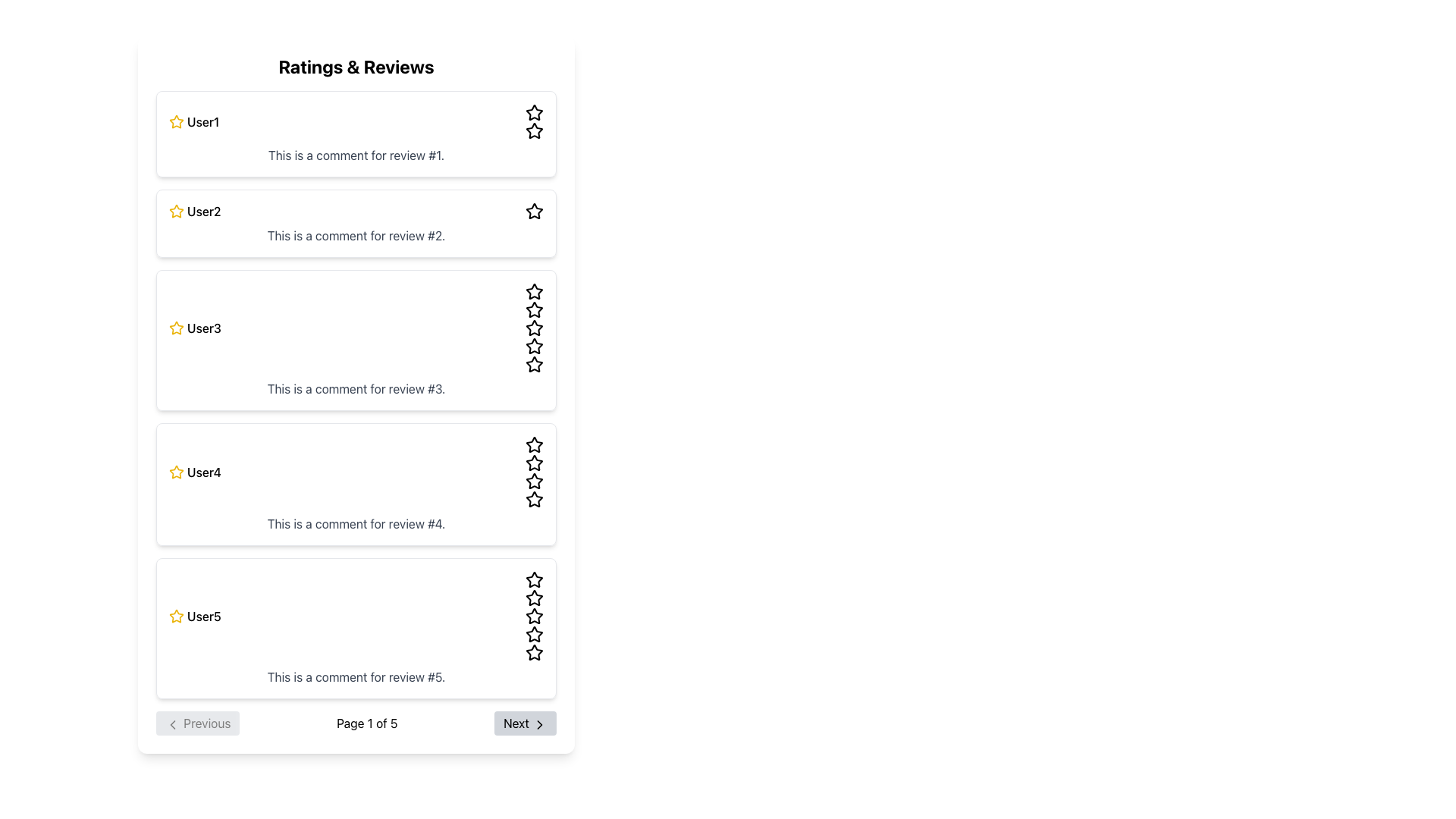 The image size is (1456, 819). I want to click on text label that displays 'This is a comment for review #1.' positioned beneath the 'User1' heading and rating stars in the first review card, so click(356, 155).